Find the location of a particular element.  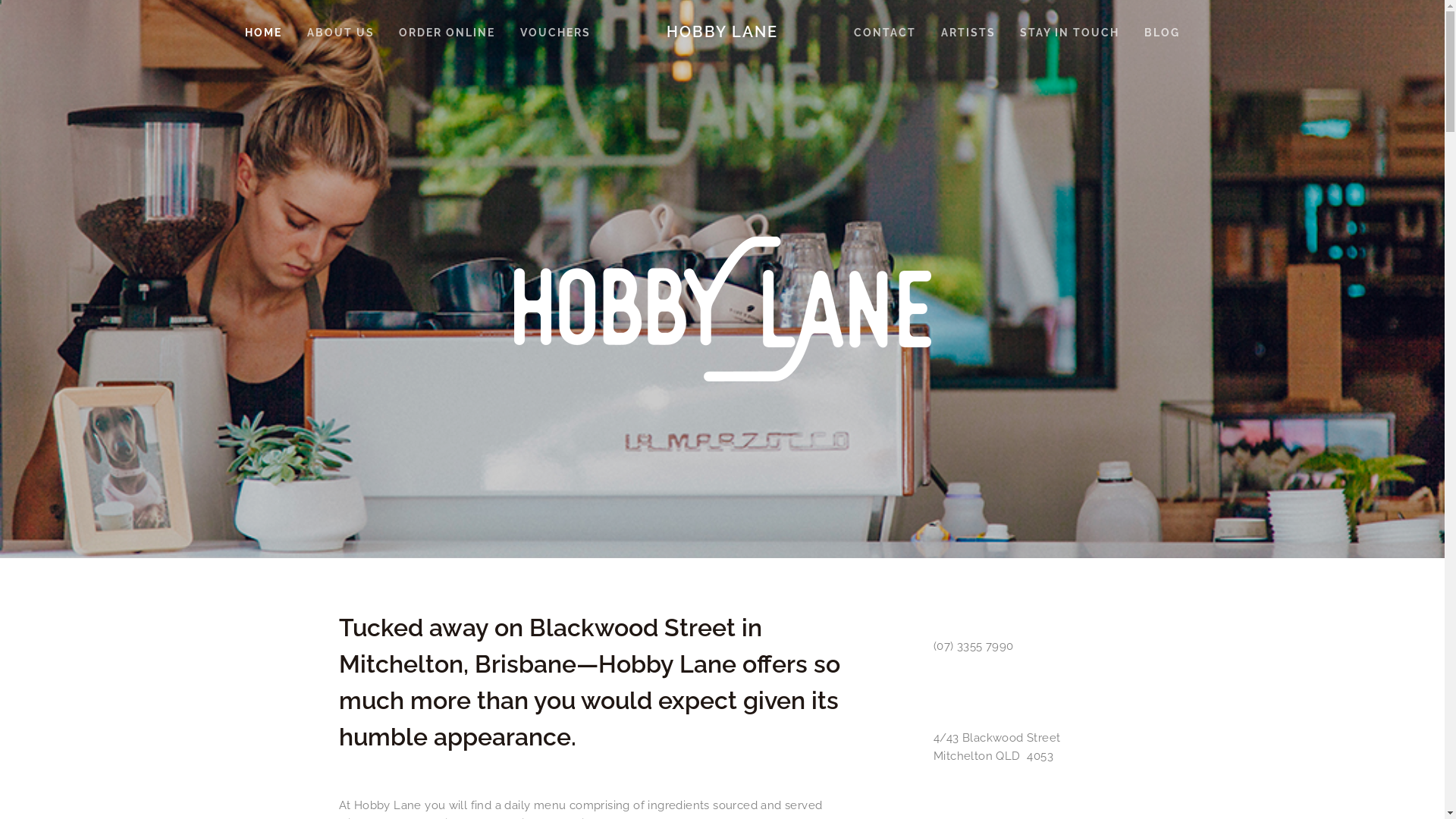

'BLOG' is located at coordinates (1161, 32).